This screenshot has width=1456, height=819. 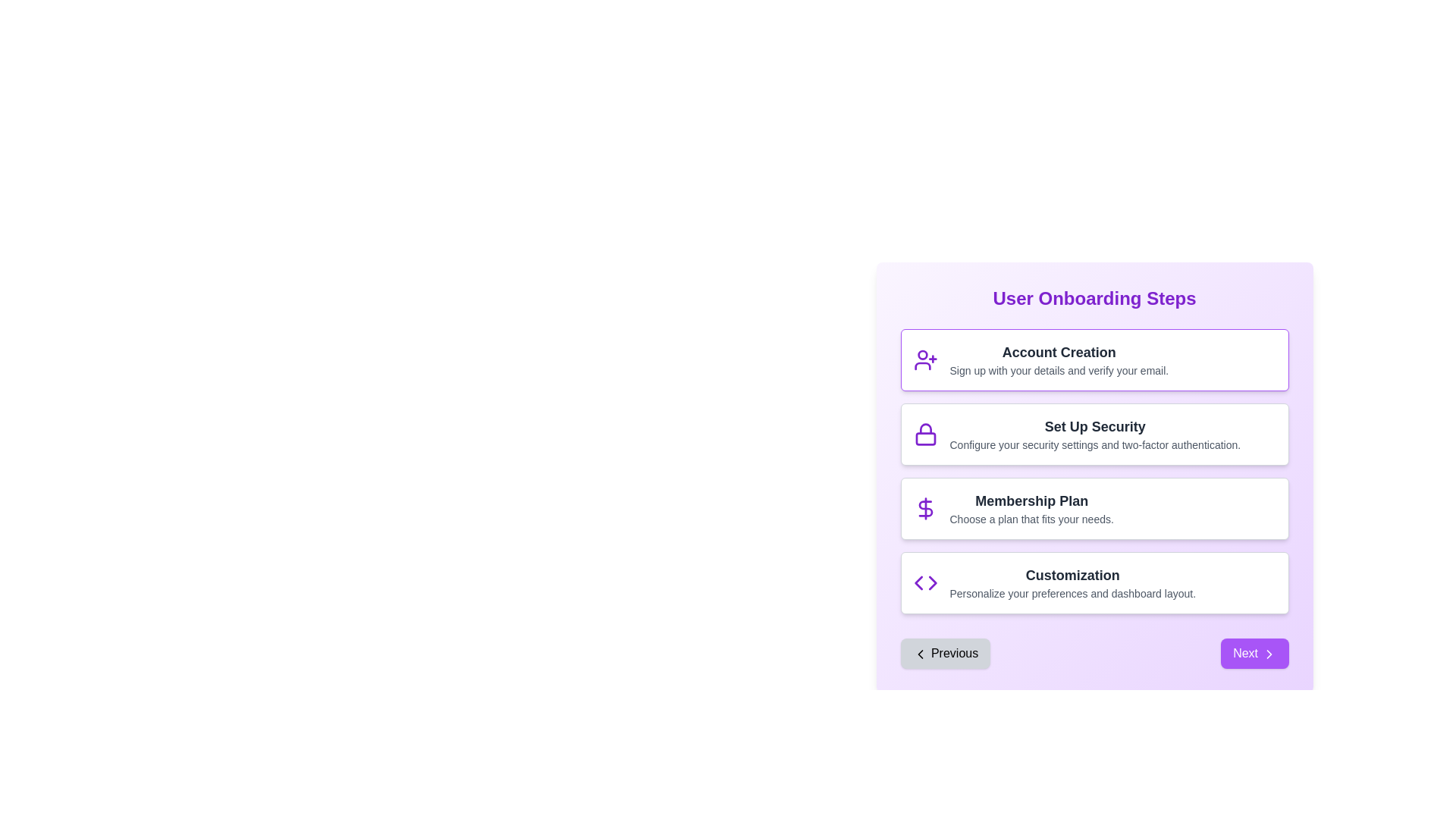 What do you see at coordinates (1269, 653) in the screenshot?
I see `the graphical icon indicating forward movement located to the right of the 'Next' button in the user onboarding interface` at bounding box center [1269, 653].